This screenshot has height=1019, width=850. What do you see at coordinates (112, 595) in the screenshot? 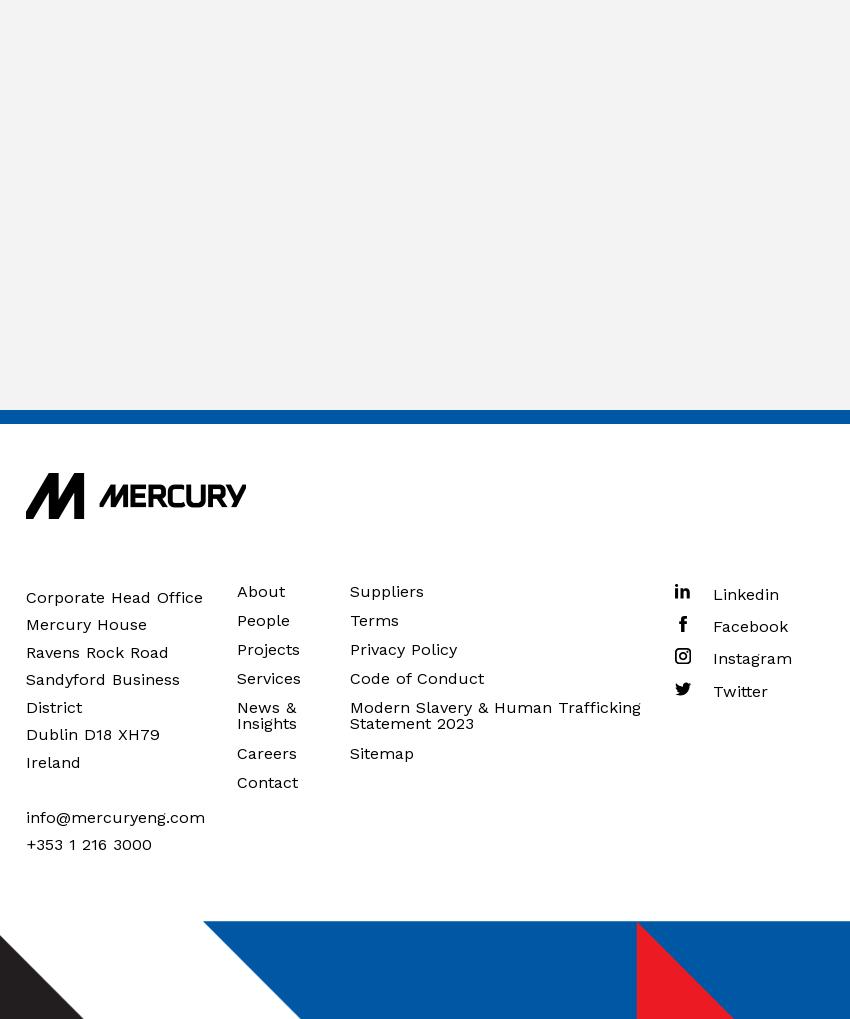
I see `'Corporate Head Office'` at bounding box center [112, 595].